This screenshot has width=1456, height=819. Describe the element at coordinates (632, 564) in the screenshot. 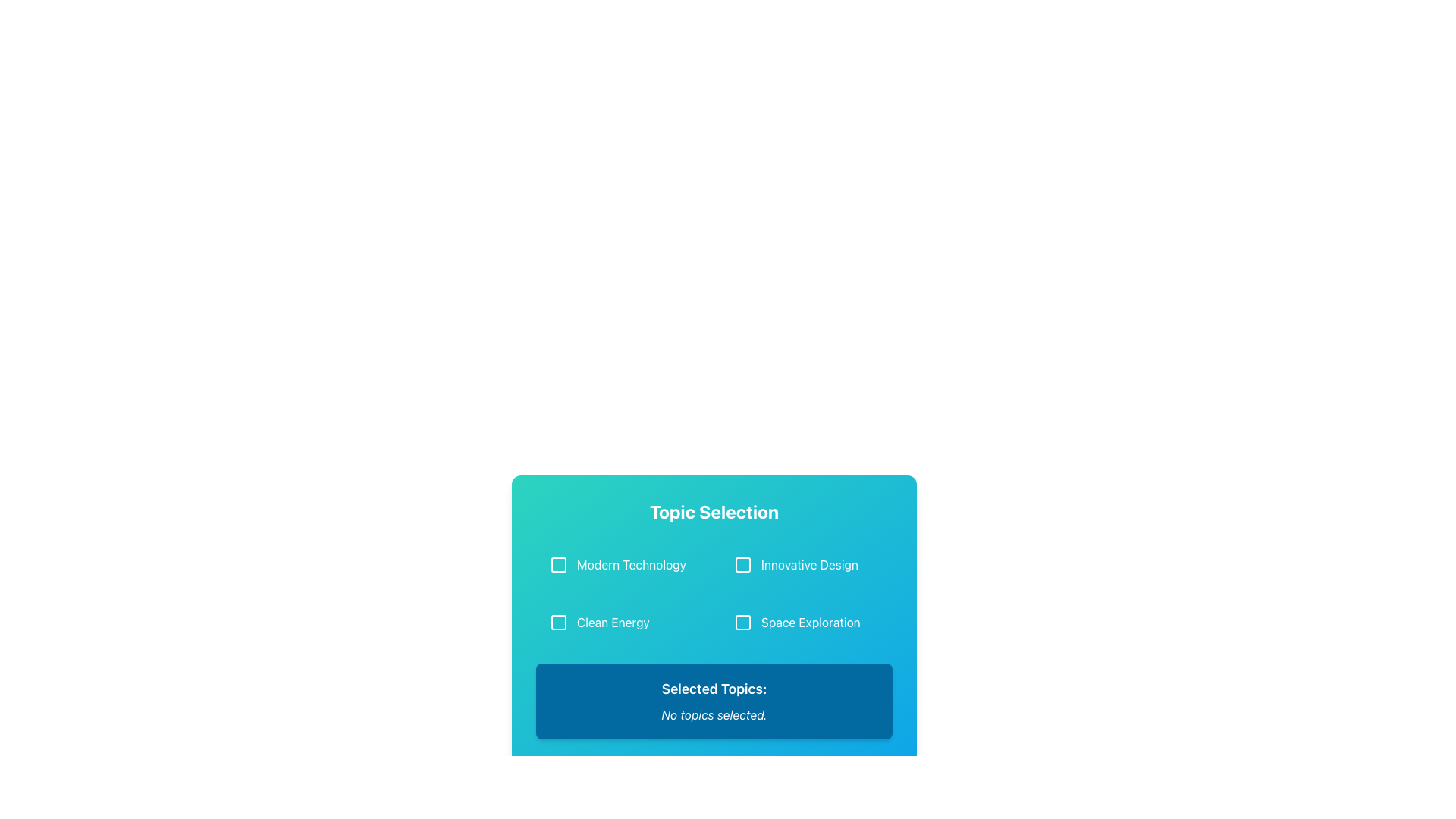

I see `the 'Modern Technology' text label located in the first row under 'Topic Selection'` at that location.